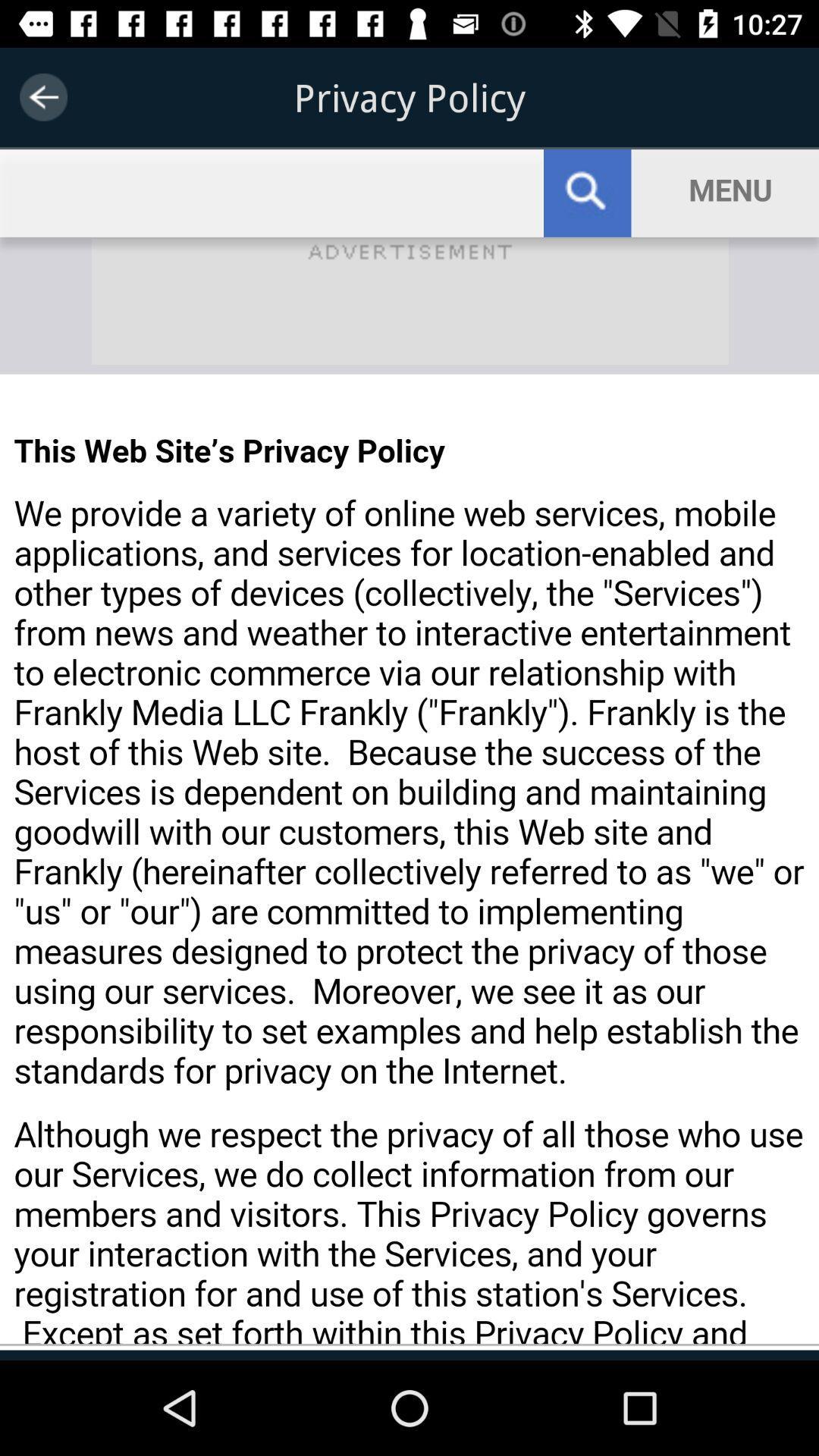  Describe the element at coordinates (42, 96) in the screenshot. I see `the arrow_backward icon` at that location.